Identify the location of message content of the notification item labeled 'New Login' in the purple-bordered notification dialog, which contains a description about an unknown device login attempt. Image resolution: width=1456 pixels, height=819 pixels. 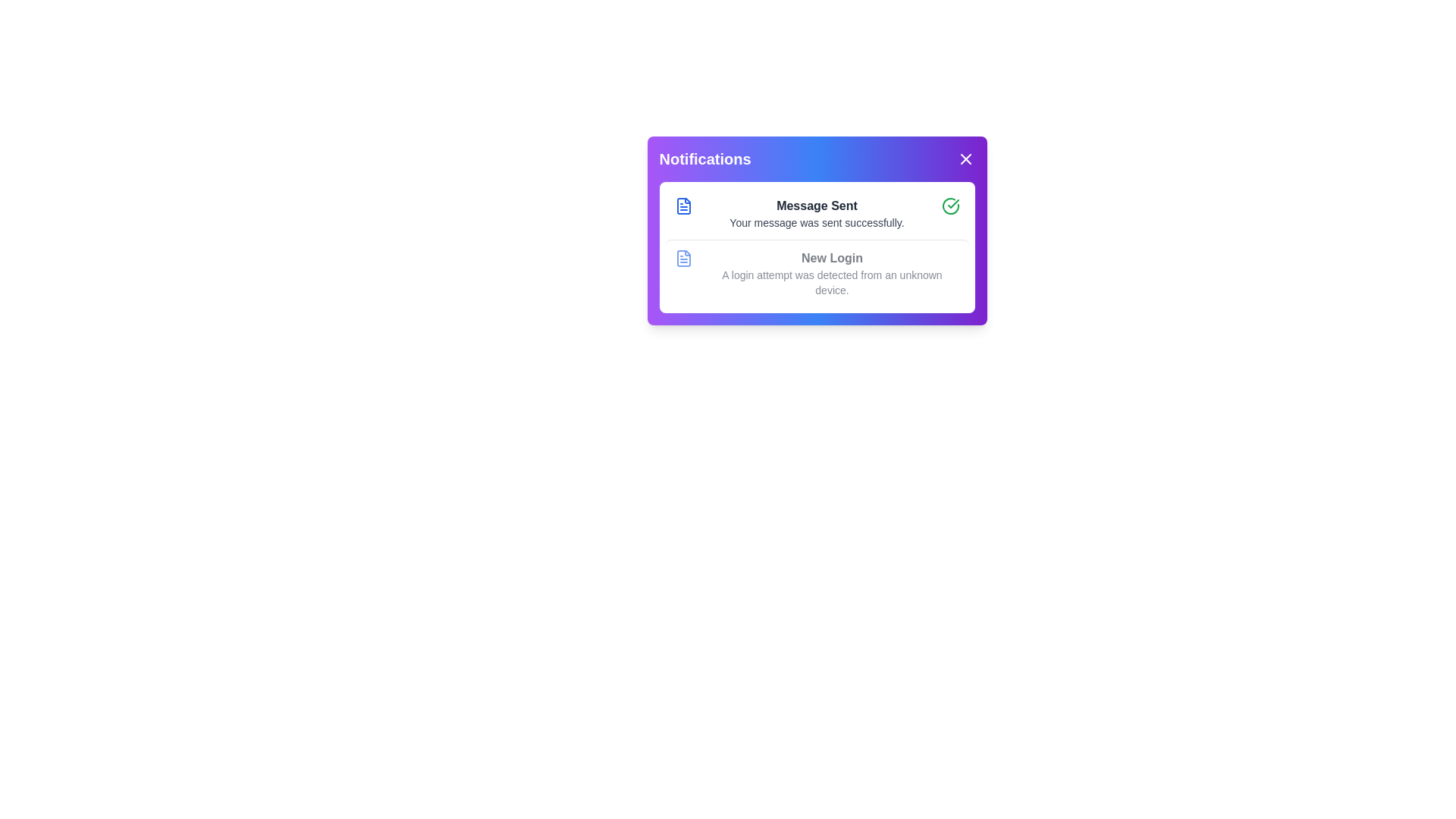
(831, 274).